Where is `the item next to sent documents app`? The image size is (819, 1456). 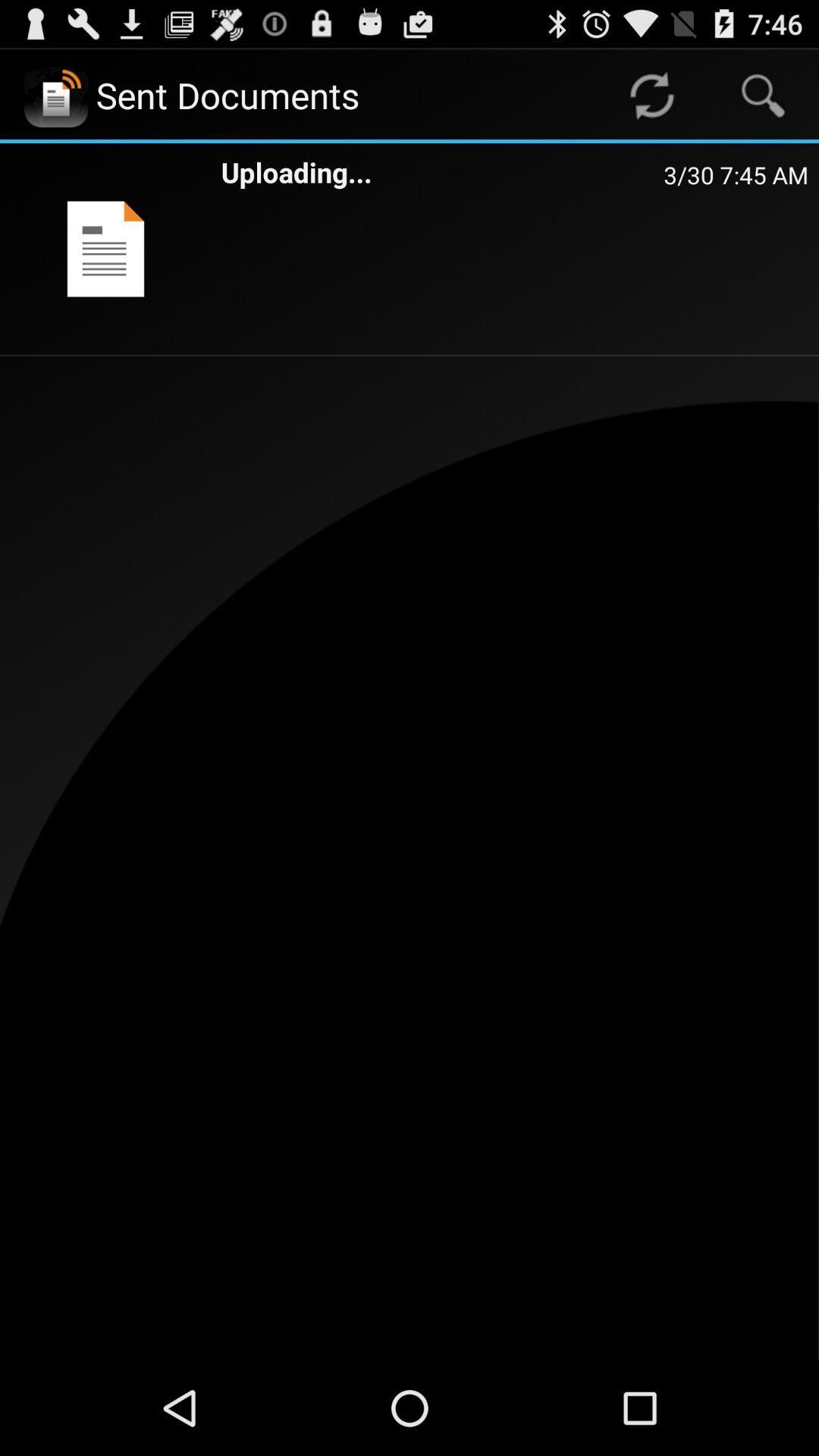 the item next to sent documents app is located at coordinates (651, 94).